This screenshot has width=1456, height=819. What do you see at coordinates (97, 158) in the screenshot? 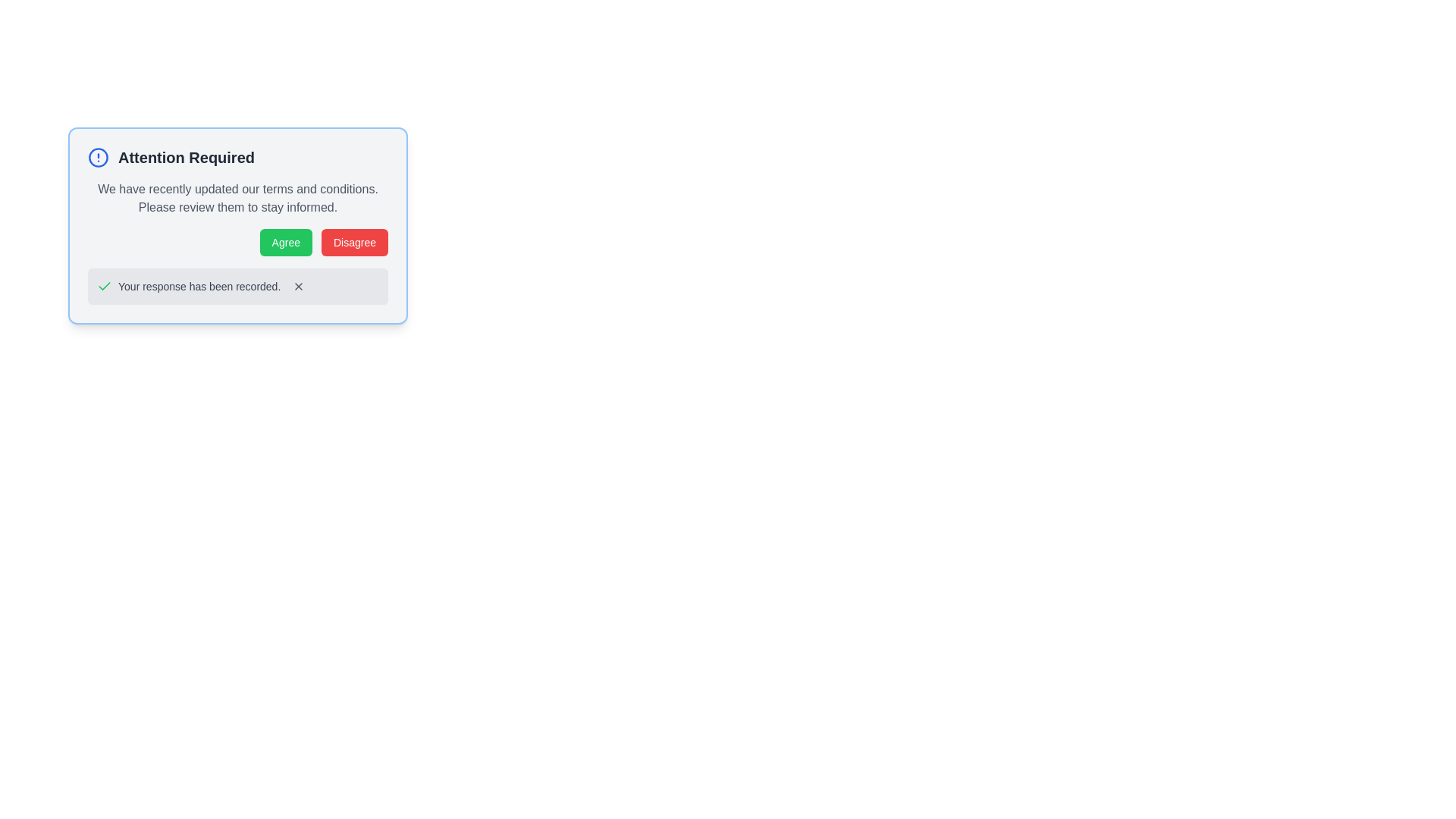
I see `the SVG Circle element that represents the alert icon in the 'Attention Required' dialog box to visually indicate a warning or alert` at bounding box center [97, 158].